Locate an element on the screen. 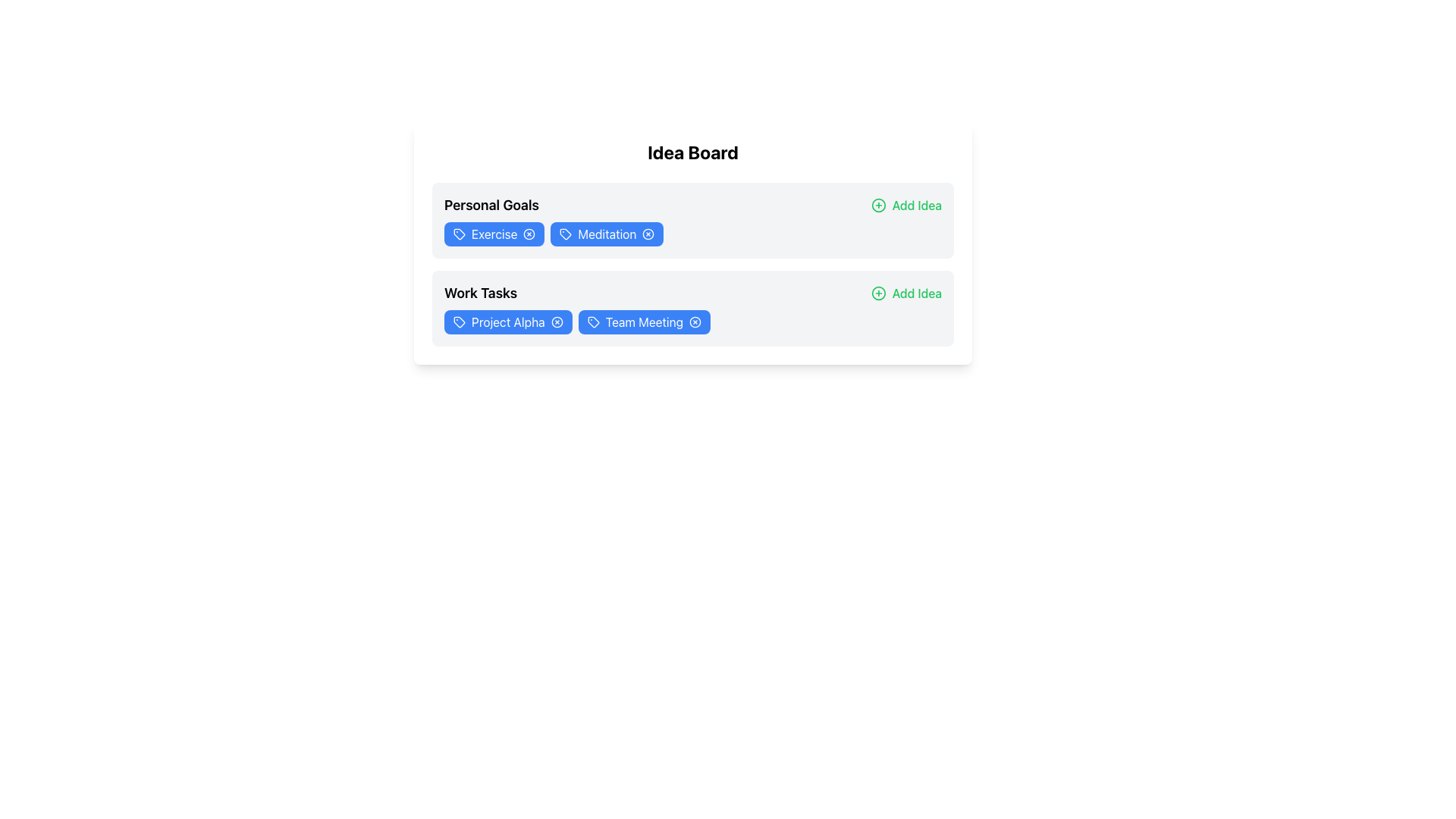 The width and height of the screenshot is (1456, 819). the 'Team Meeting' icon element located in the 'Work Tasks' section, which is adjacent to the text label and before the delete button is located at coordinates (592, 321).